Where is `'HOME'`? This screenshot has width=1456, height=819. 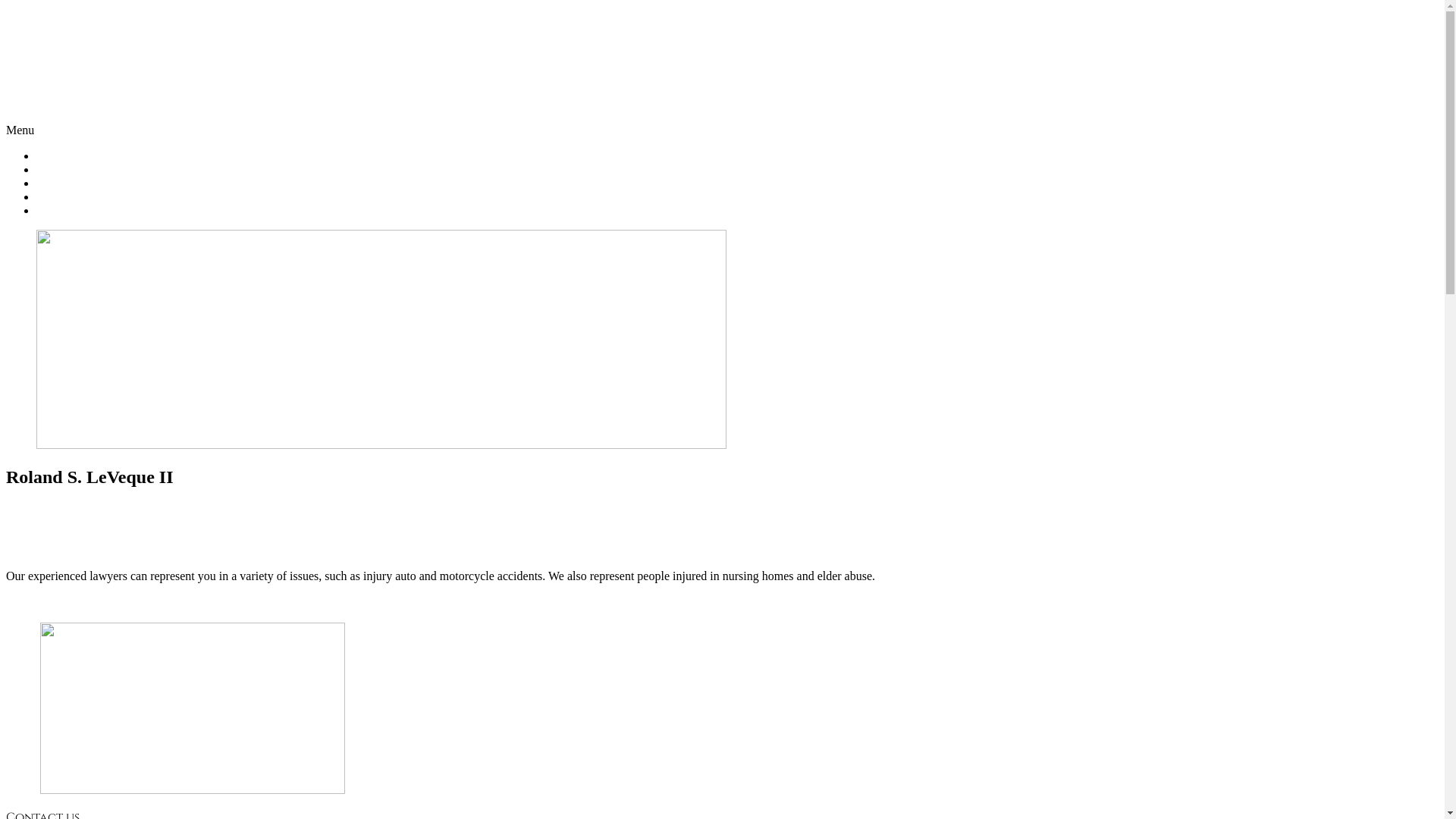
'HOME' is located at coordinates (54, 155).